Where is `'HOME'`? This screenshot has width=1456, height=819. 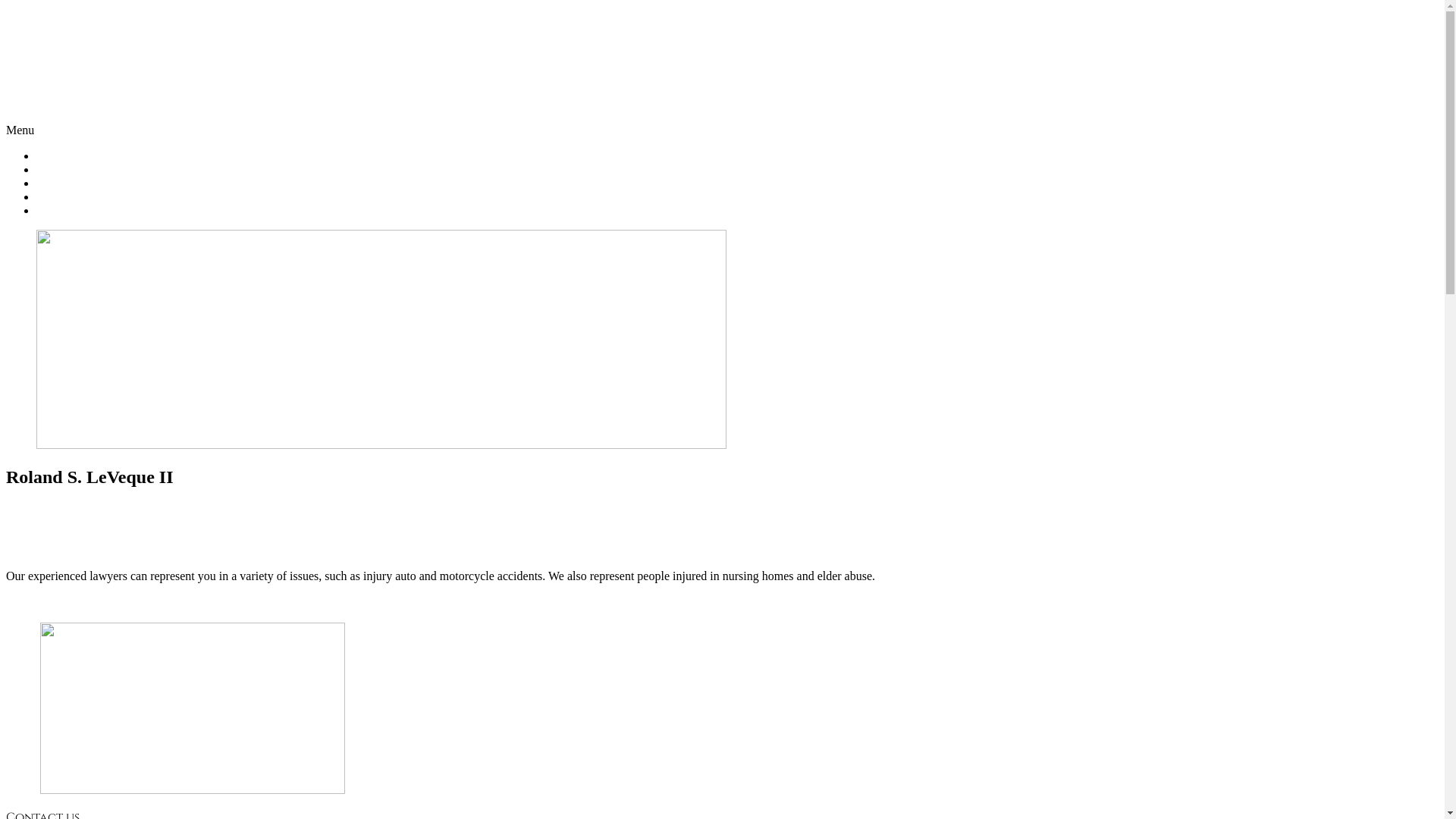
'HOME' is located at coordinates (54, 155).